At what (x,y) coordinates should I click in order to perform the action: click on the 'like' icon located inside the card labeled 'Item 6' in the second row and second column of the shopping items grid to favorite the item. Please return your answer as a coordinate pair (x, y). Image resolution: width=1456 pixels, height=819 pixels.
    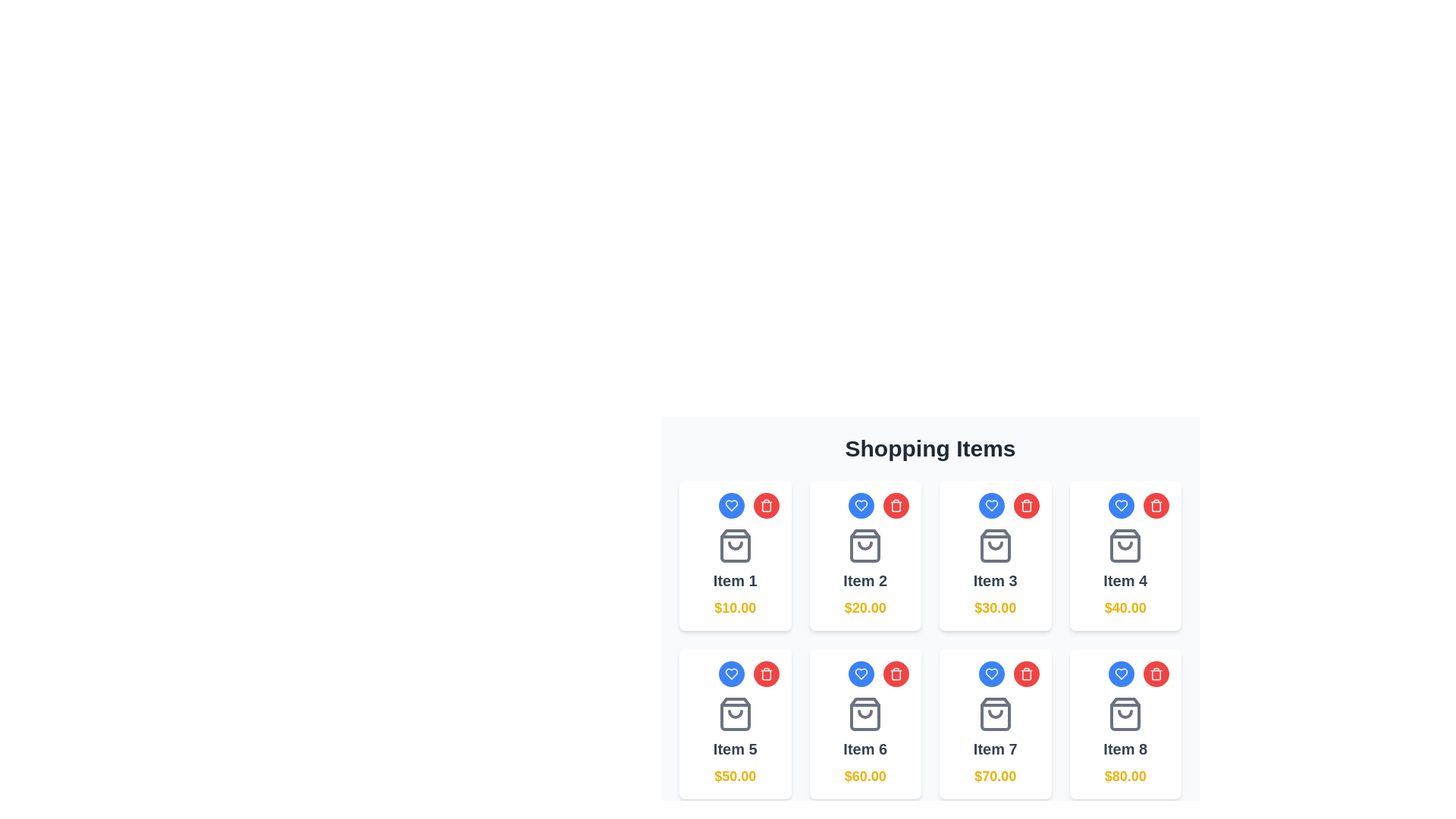
    Looking at the image, I should click on (861, 673).